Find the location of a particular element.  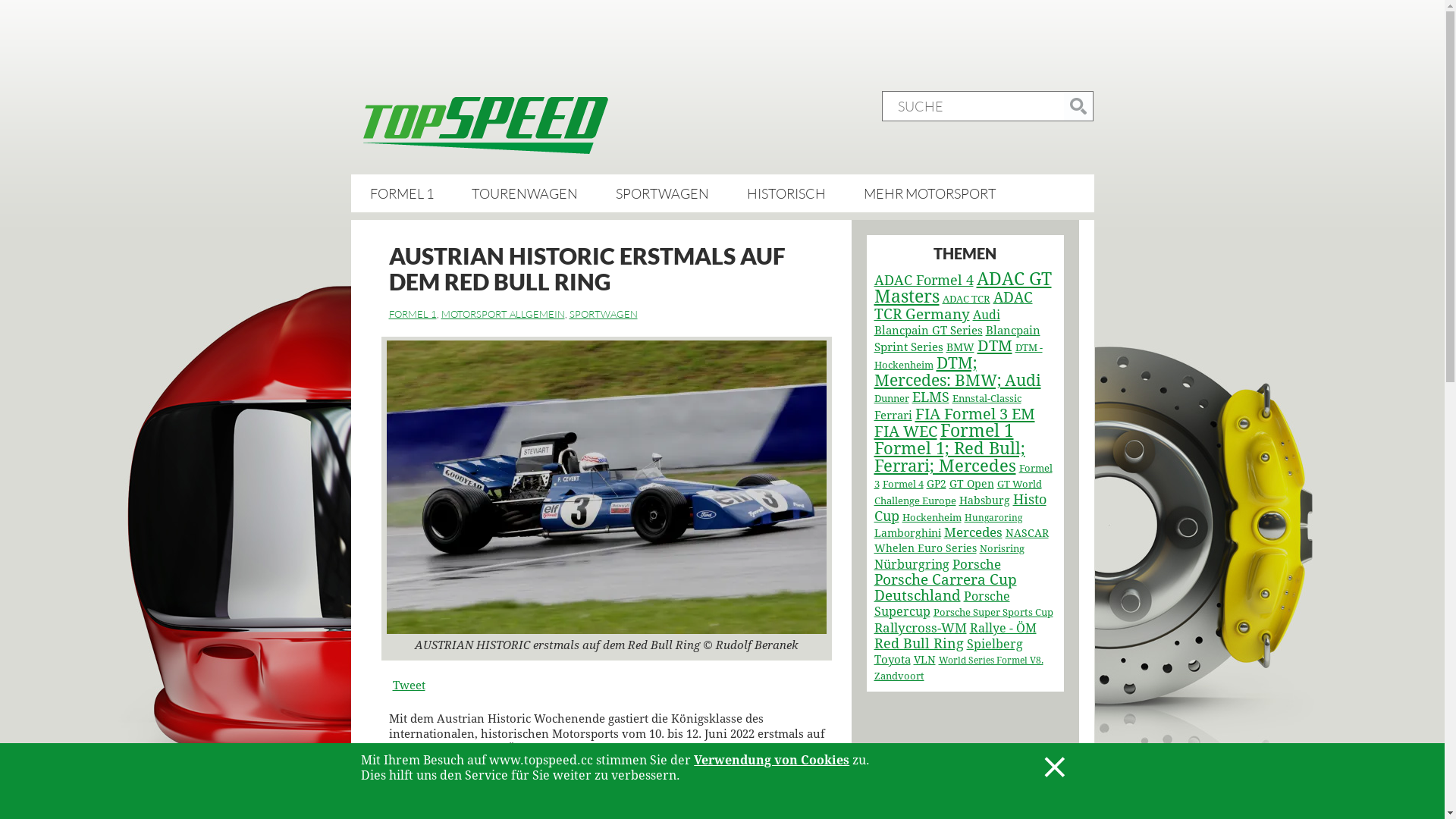

'HISTORISCH' is located at coordinates (745, 192).